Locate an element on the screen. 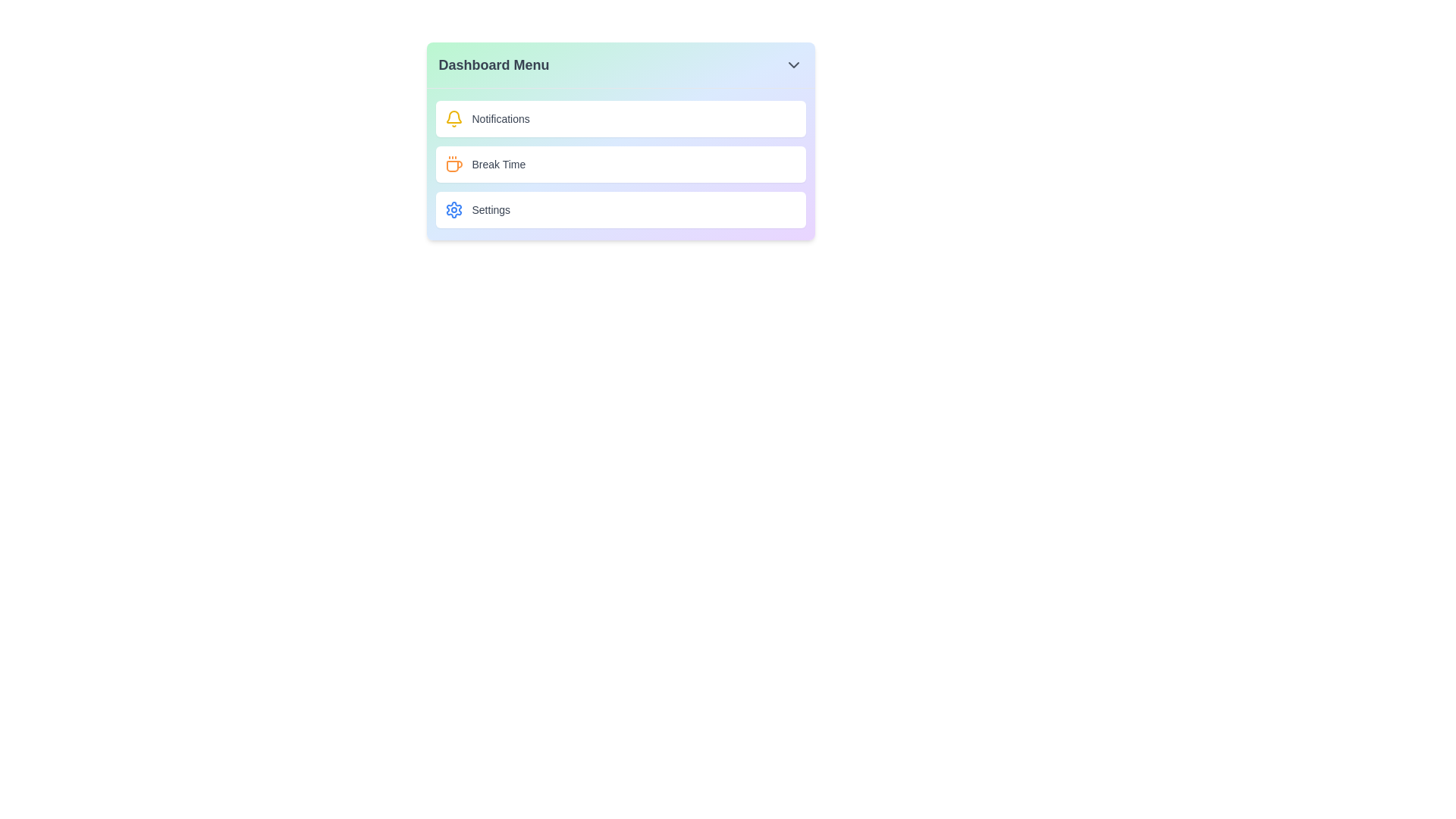 The image size is (1456, 819). the 'Settings' icon located in the third menu item from the top of the vertical menu list in the Dashboard Menu is located at coordinates (453, 210).